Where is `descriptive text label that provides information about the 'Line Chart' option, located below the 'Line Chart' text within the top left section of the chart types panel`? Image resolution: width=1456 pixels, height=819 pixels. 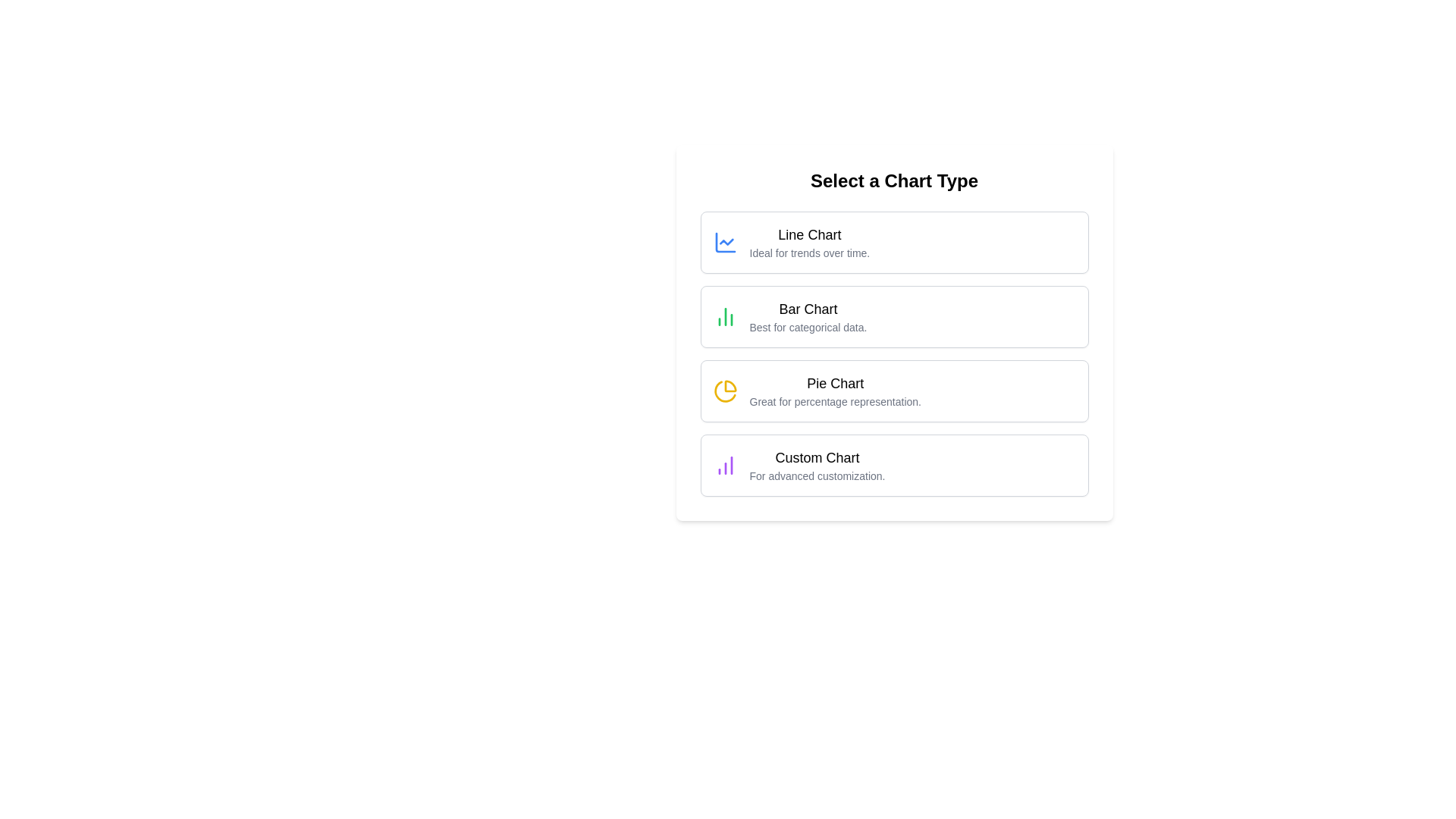 descriptive text label that provides information about the 'Line Chart' option, located below the 'Line Chart' text within the top left section of the chart types panel is located at coordinates (808, 253).